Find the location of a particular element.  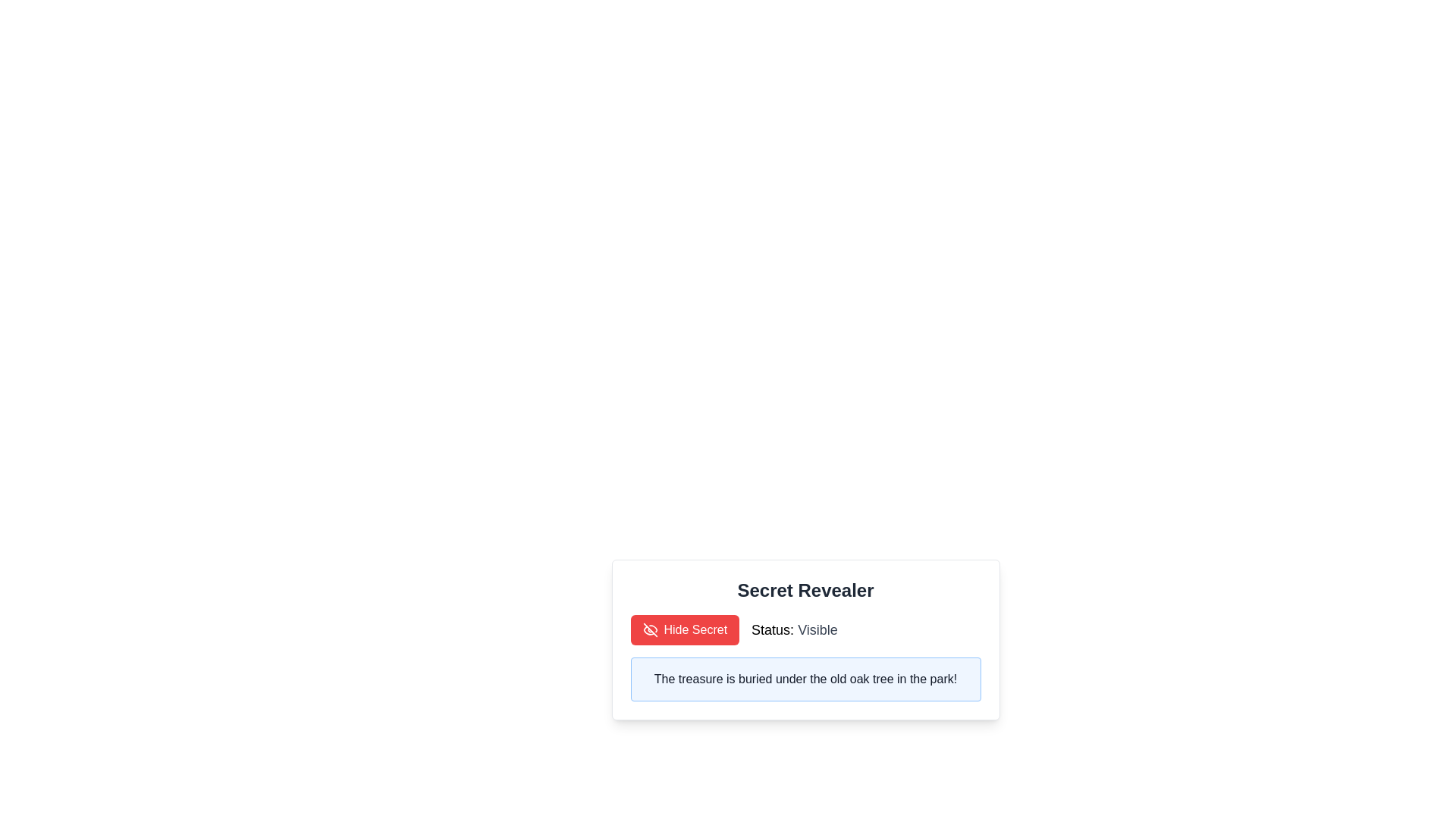

the static text display box containing the message 'The treasure is buried under the old oak tree in the park!', which has a light blue background and is located beneath the 'Hide Secret' button is located at coordinates (805, 678).